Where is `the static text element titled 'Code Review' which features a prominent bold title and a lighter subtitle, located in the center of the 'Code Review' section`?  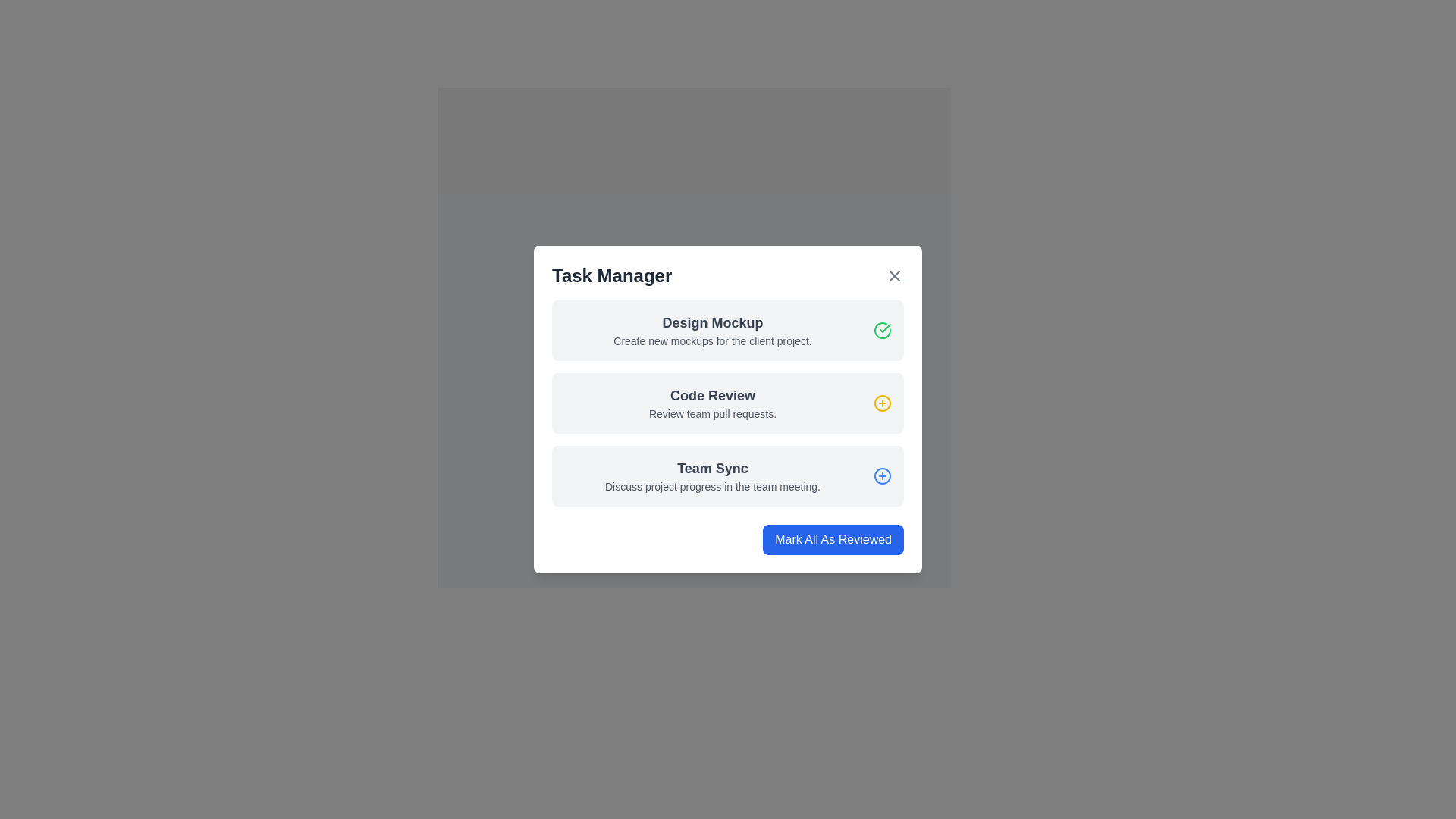 the static text element titled 'Code Review' which features a prominent bold title and a lighter subtitle, located in the center of the 'Code Review' section is located at coordinates (712, 403).